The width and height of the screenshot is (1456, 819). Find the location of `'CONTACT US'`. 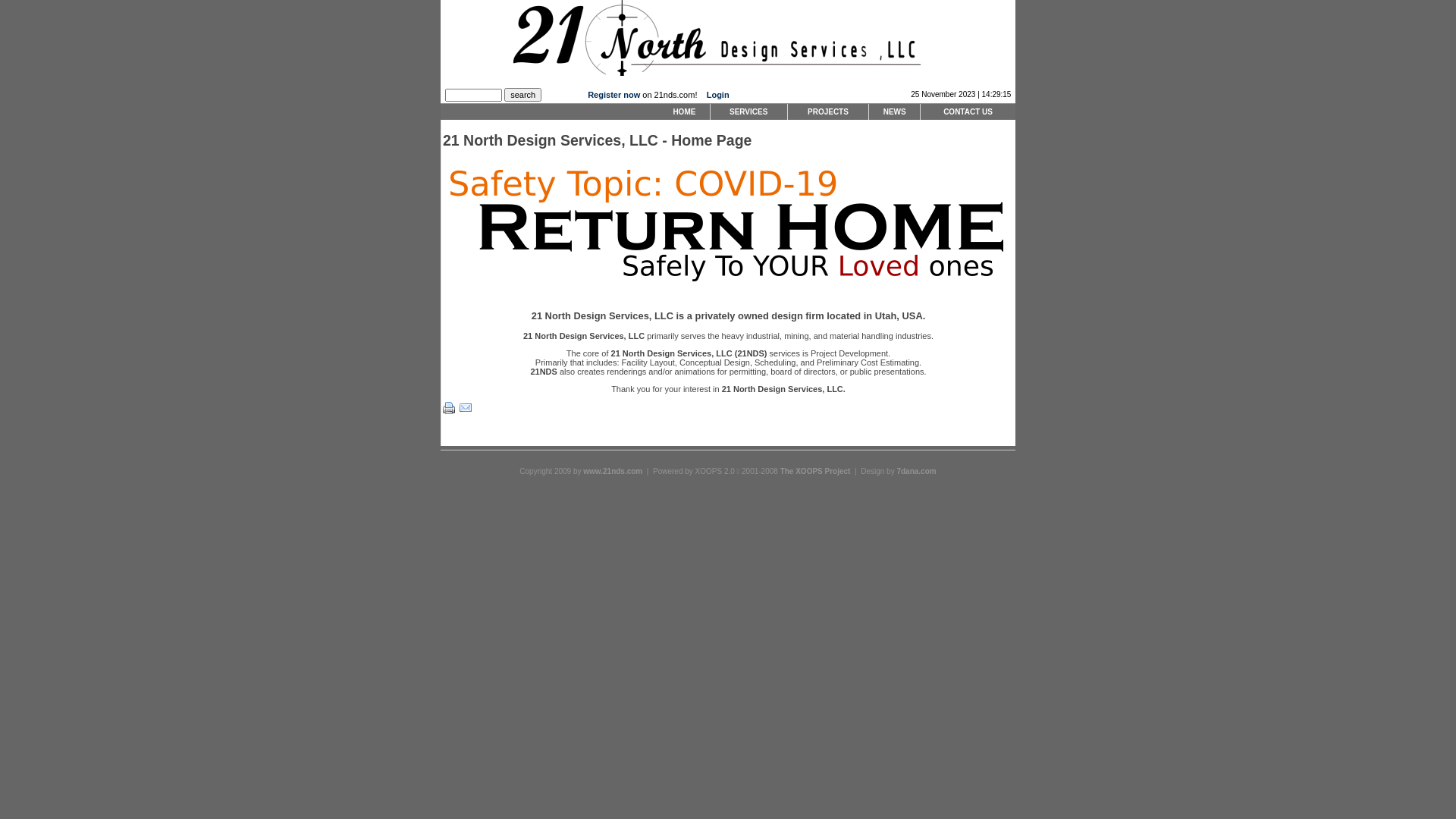

'CONTACT US' is located at coordinates (967, 111).